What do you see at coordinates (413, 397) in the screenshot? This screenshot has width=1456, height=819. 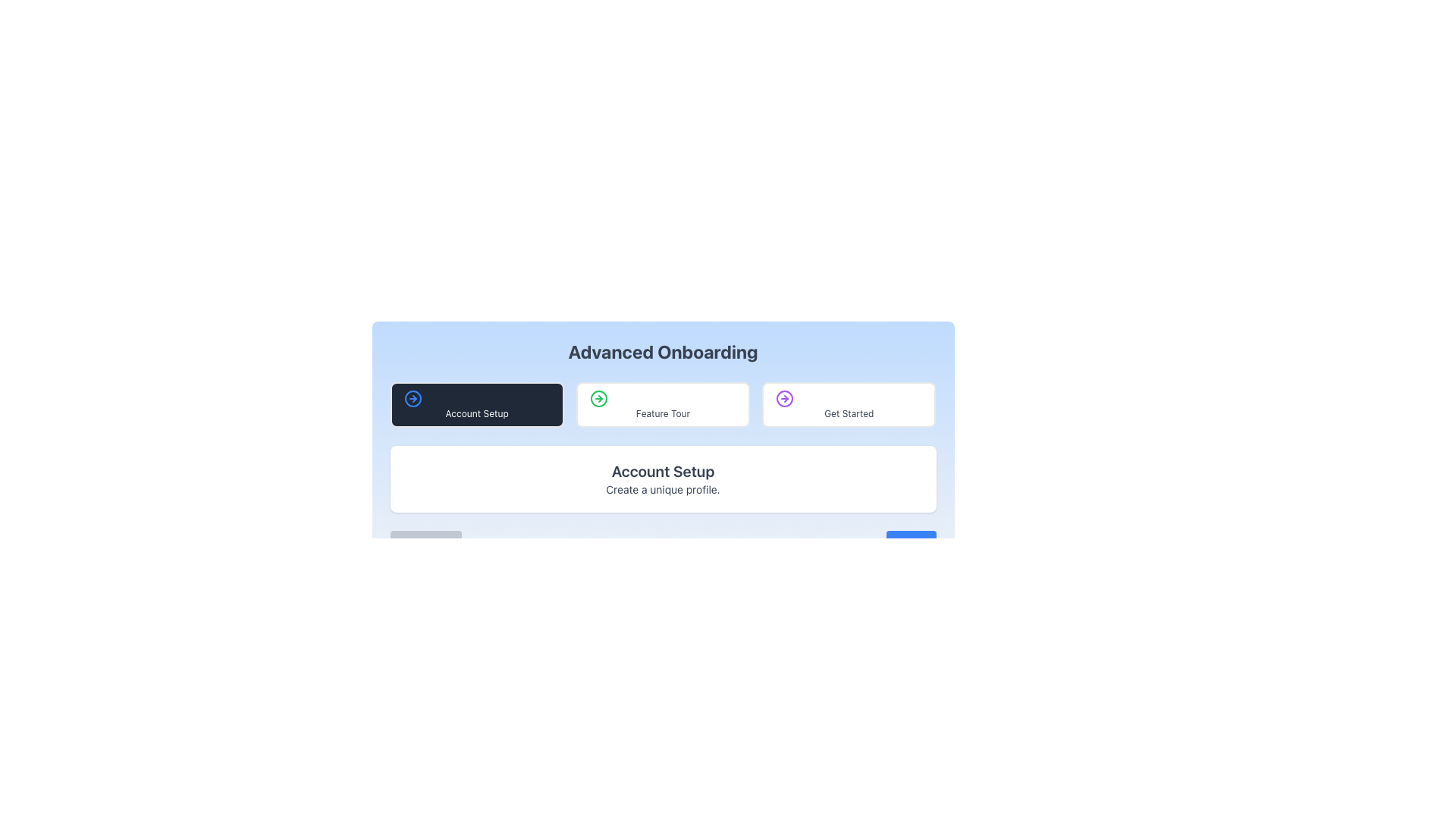 I see `the Circle graphic that represents a navigation step in the center-left section of the navigation bar` at bounding box center [413, 397].